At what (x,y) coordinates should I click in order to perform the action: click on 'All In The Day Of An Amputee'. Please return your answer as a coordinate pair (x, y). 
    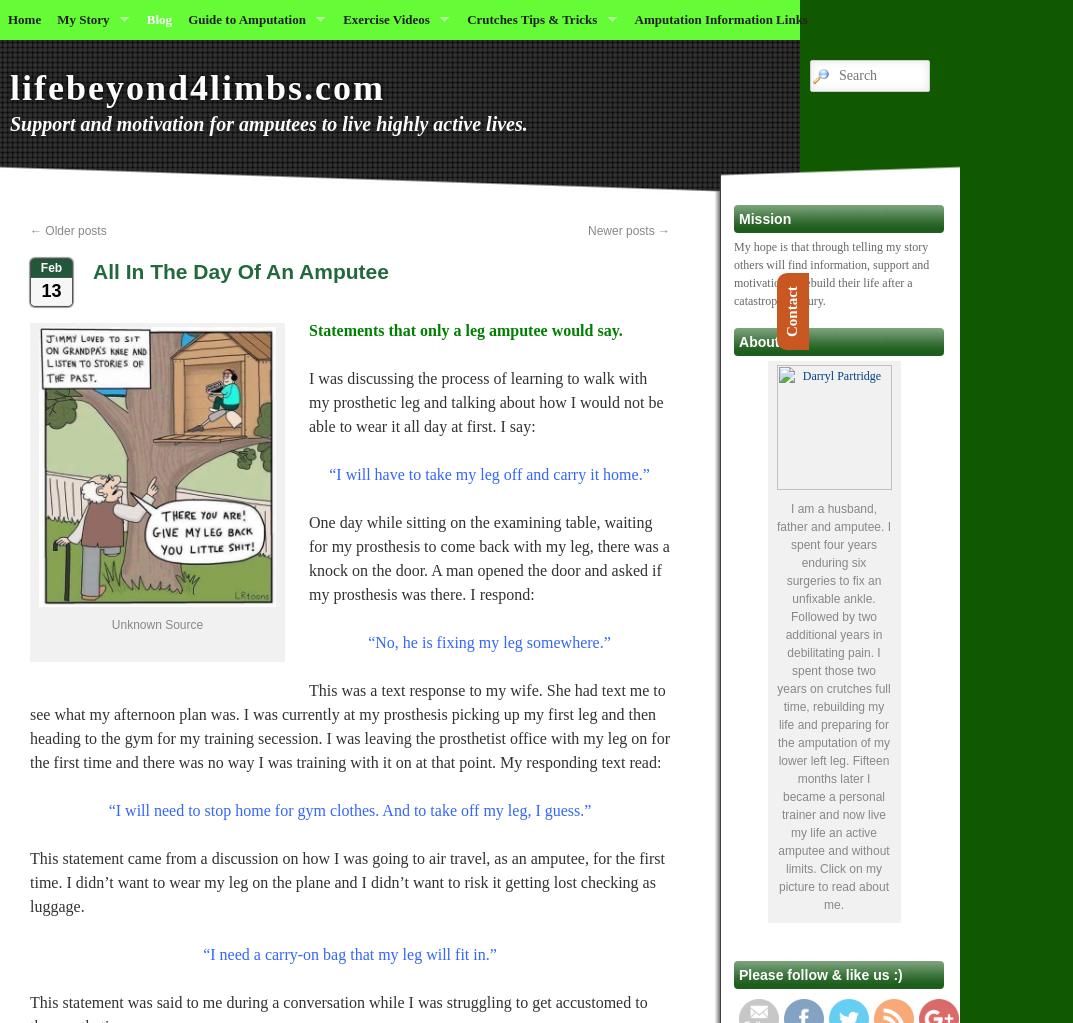
    Looking at the image, I should click on (239, 271).